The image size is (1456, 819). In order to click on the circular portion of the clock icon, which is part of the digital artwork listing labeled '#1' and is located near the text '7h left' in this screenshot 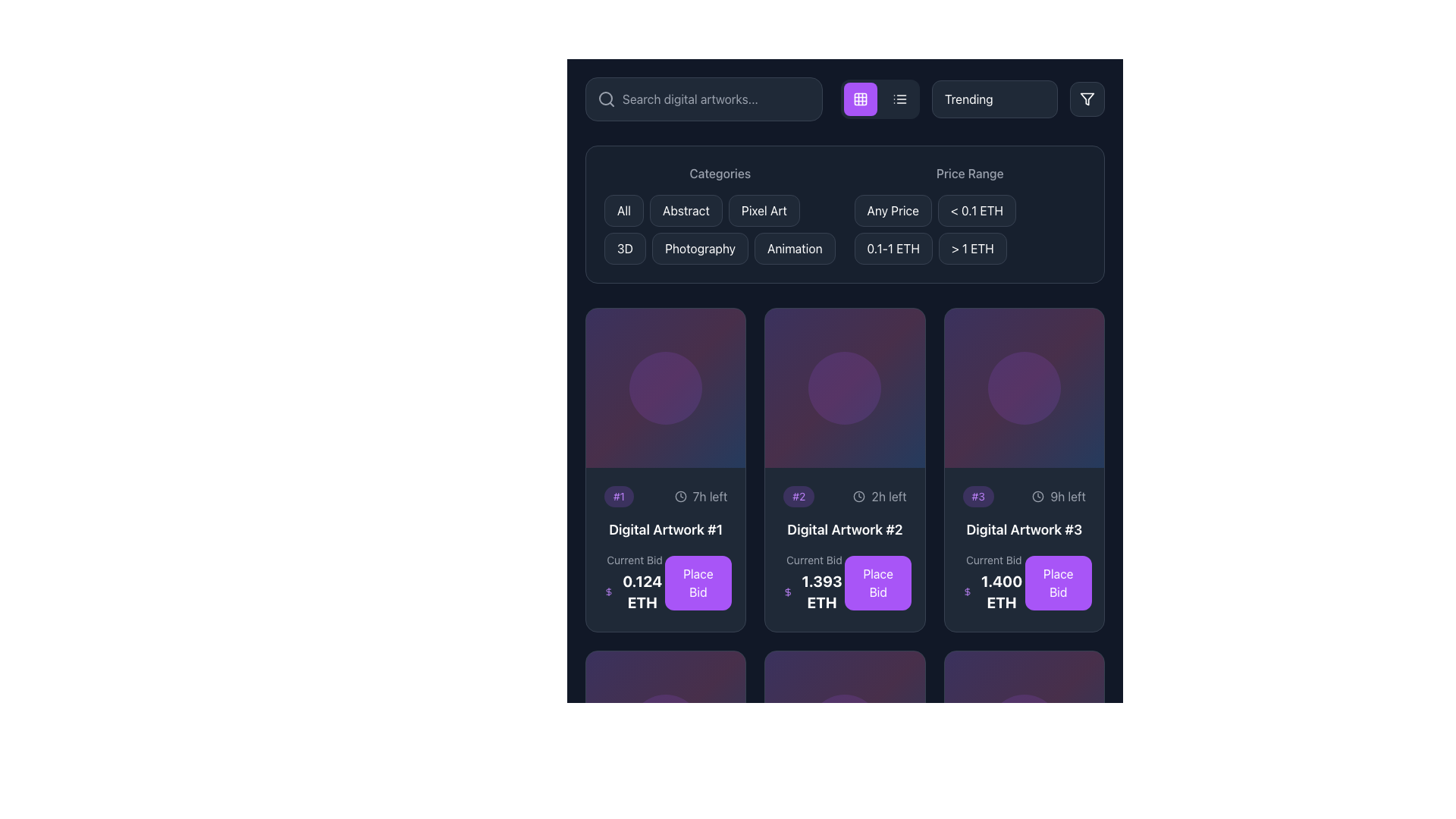, I will do `click(679, 497)`.